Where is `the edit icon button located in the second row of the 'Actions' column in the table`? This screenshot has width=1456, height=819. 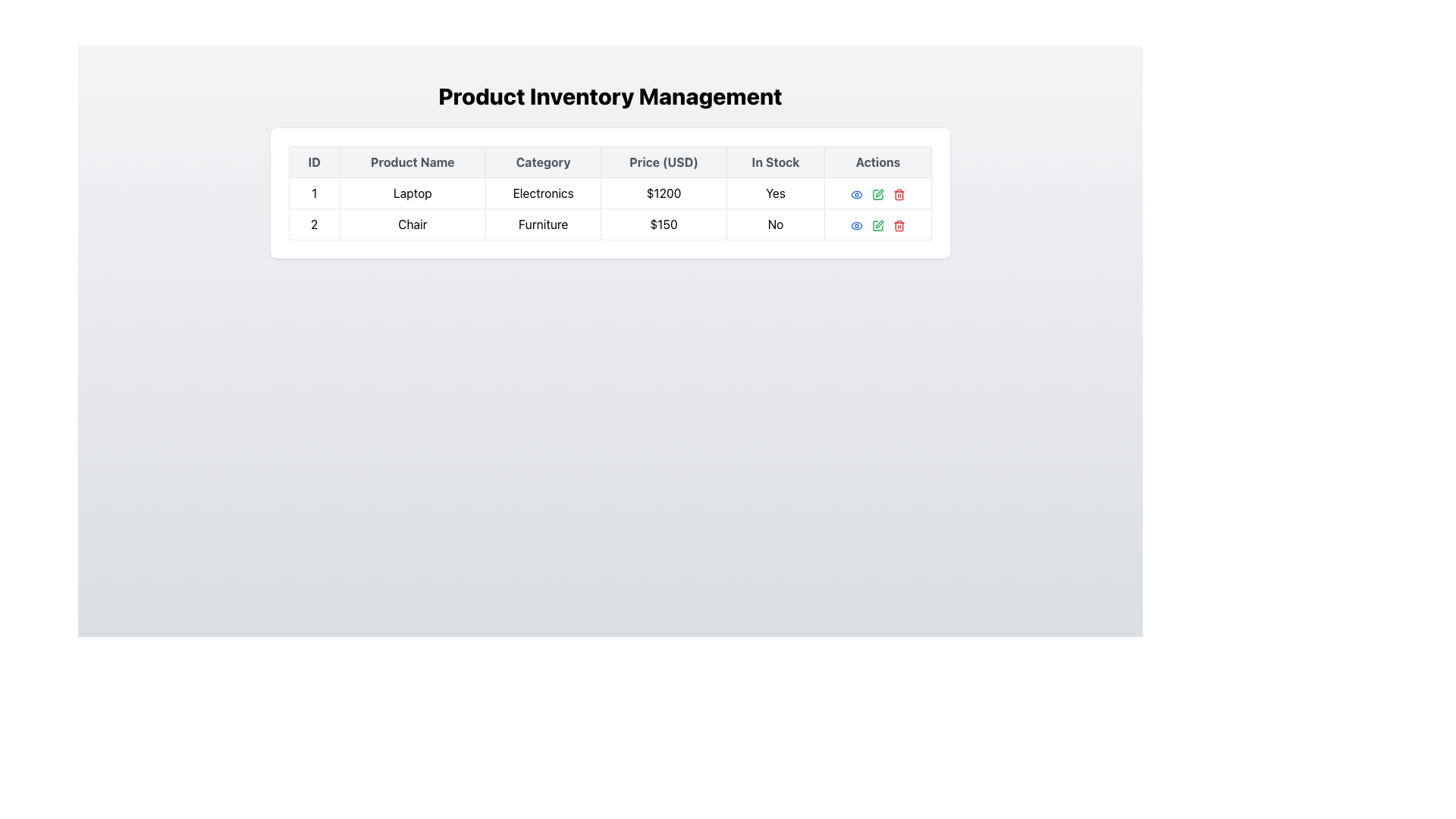
the edit icon button located in the second row of the 'Actions' column in the table is located at coordinates (880, 224).